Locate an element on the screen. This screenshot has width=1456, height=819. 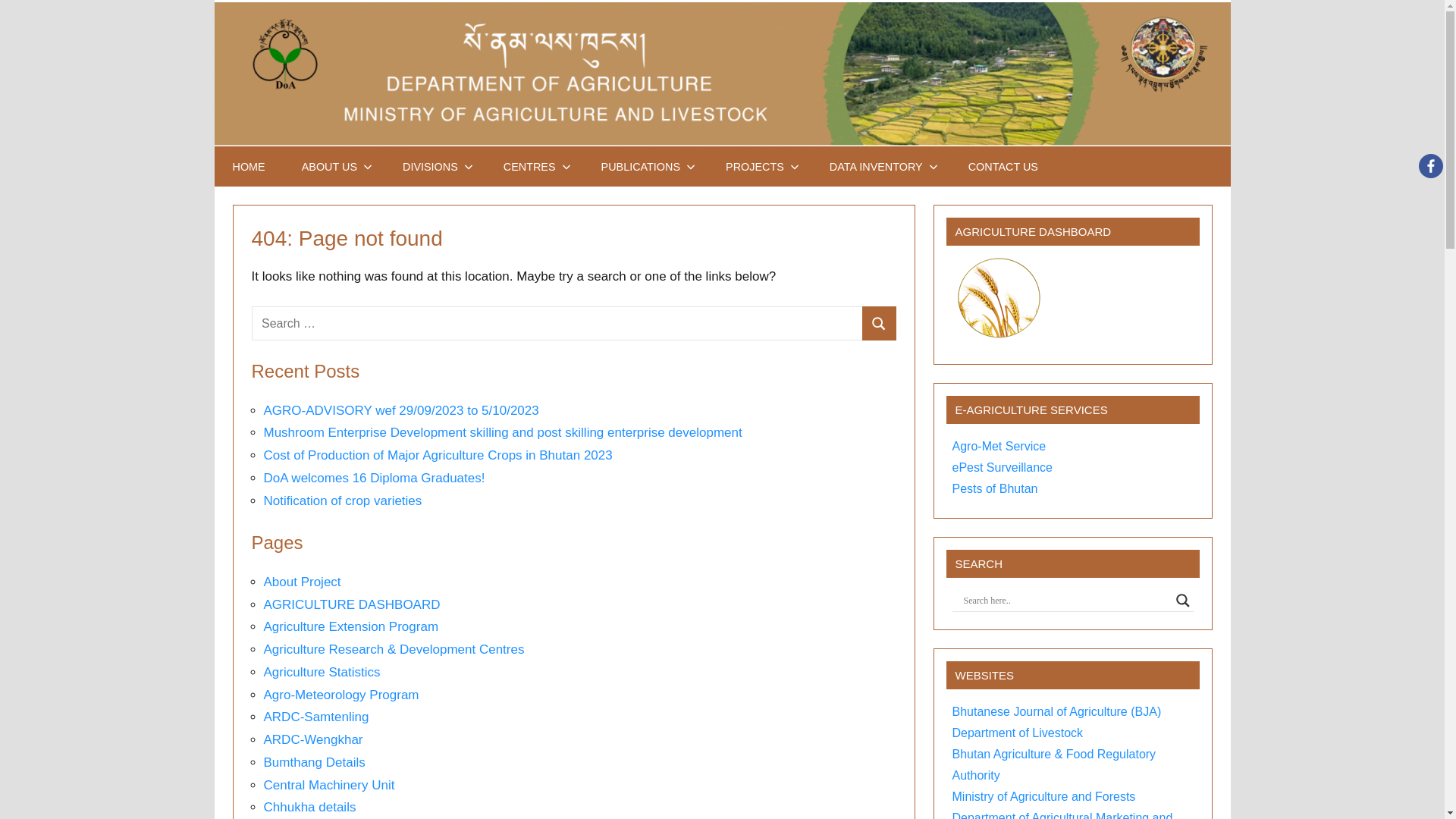
'ARDC-Wengkhar' is located at coordinates (312, 739).